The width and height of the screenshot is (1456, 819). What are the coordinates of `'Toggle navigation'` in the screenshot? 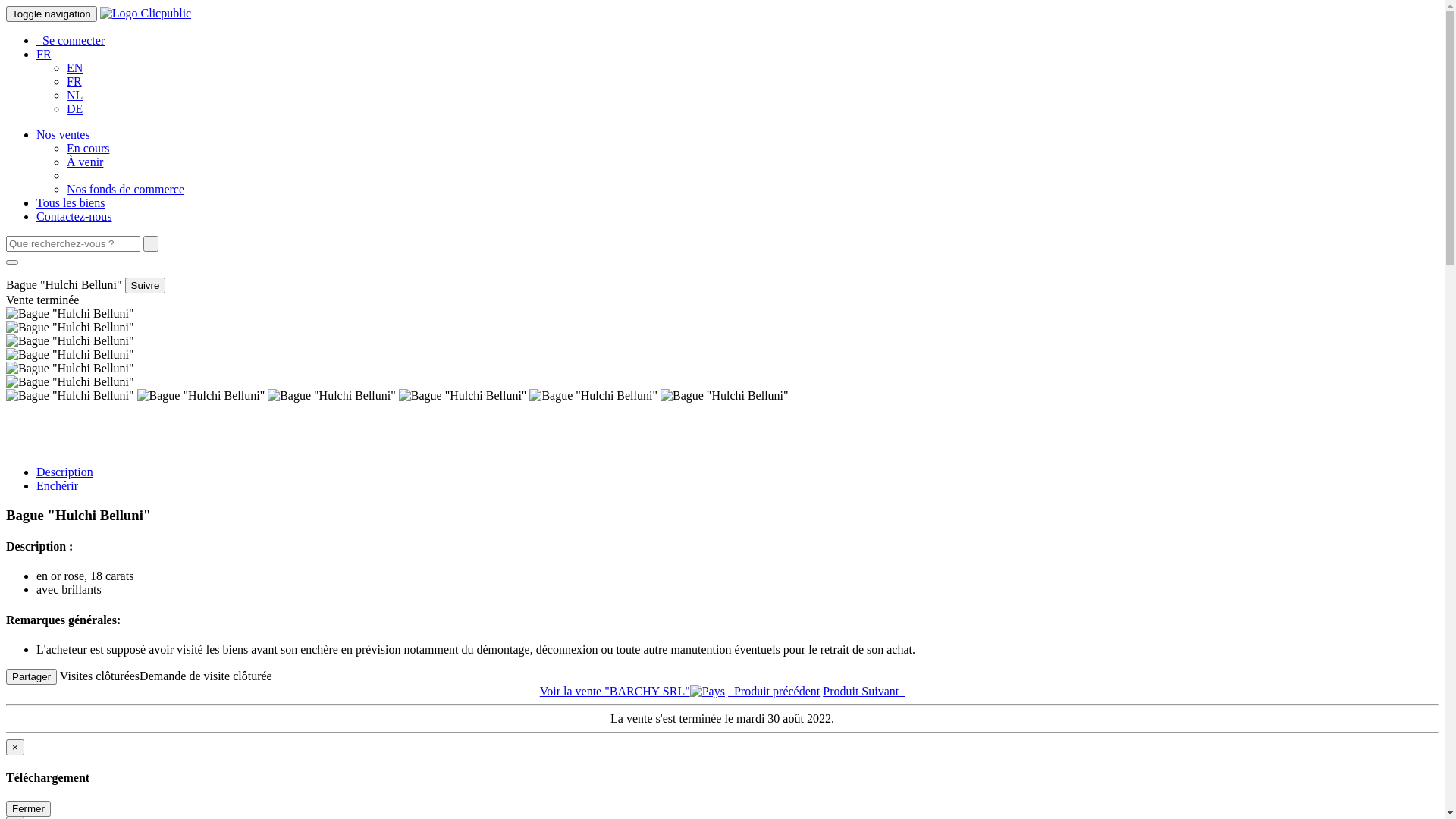 It's located at (51, 14).